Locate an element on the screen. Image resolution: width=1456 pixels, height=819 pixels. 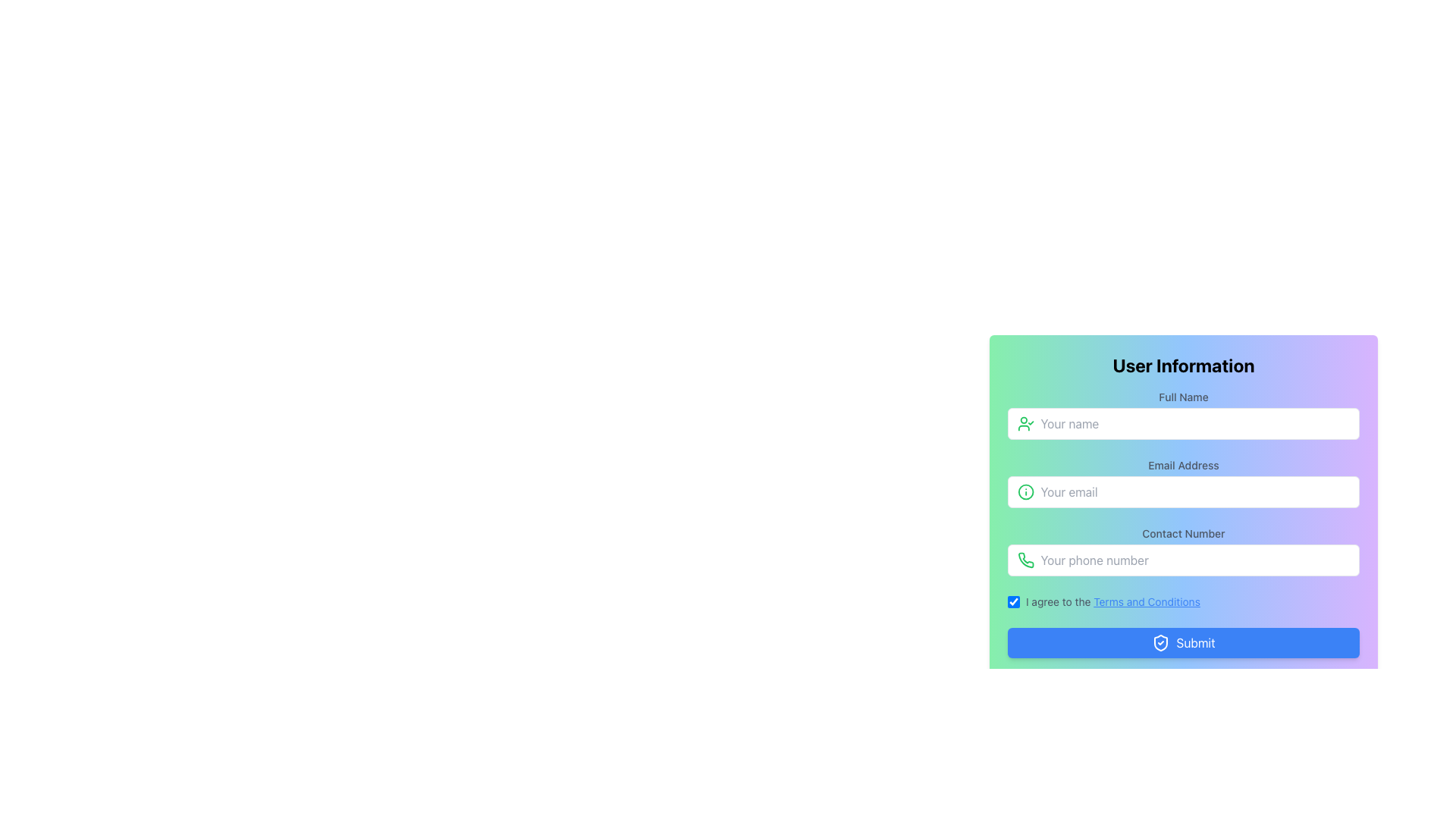
the checkbox is located at coordinates (1014, 601).